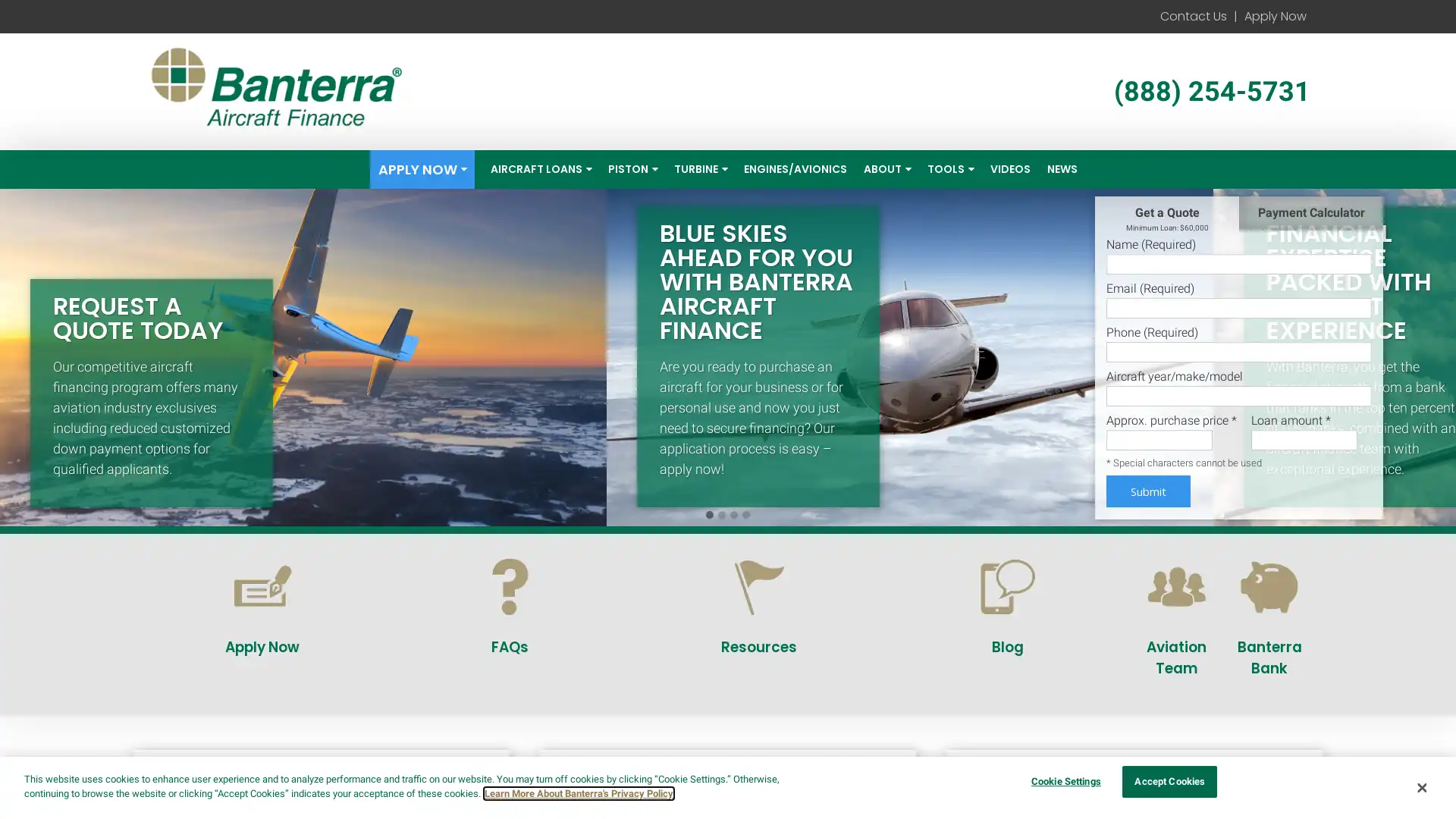 The width and height of the screenshot is (1456, 819). I want to click on Submit, so click(1148, 491).